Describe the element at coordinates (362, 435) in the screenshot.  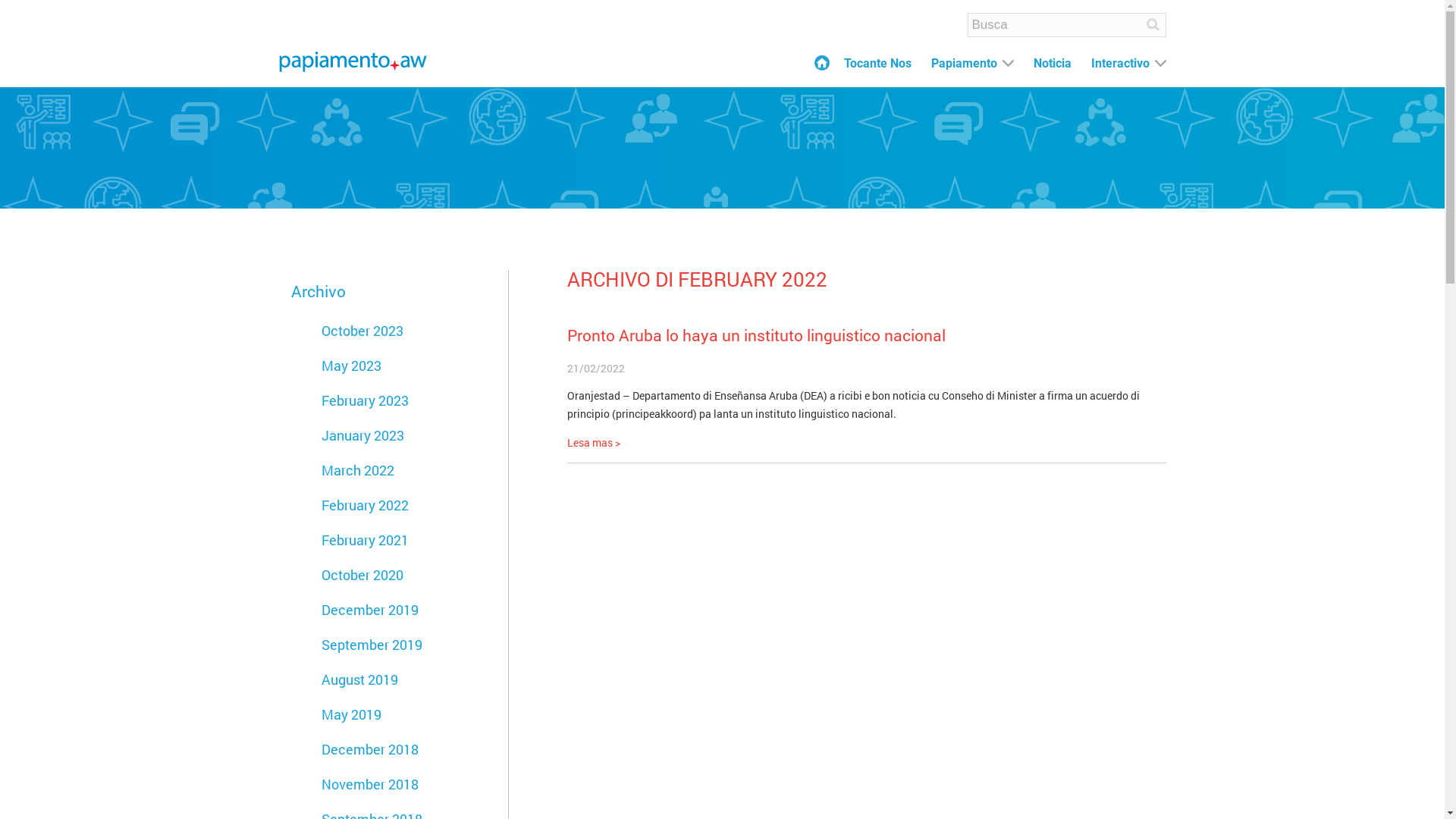
I see `'January 2023'` at that location.